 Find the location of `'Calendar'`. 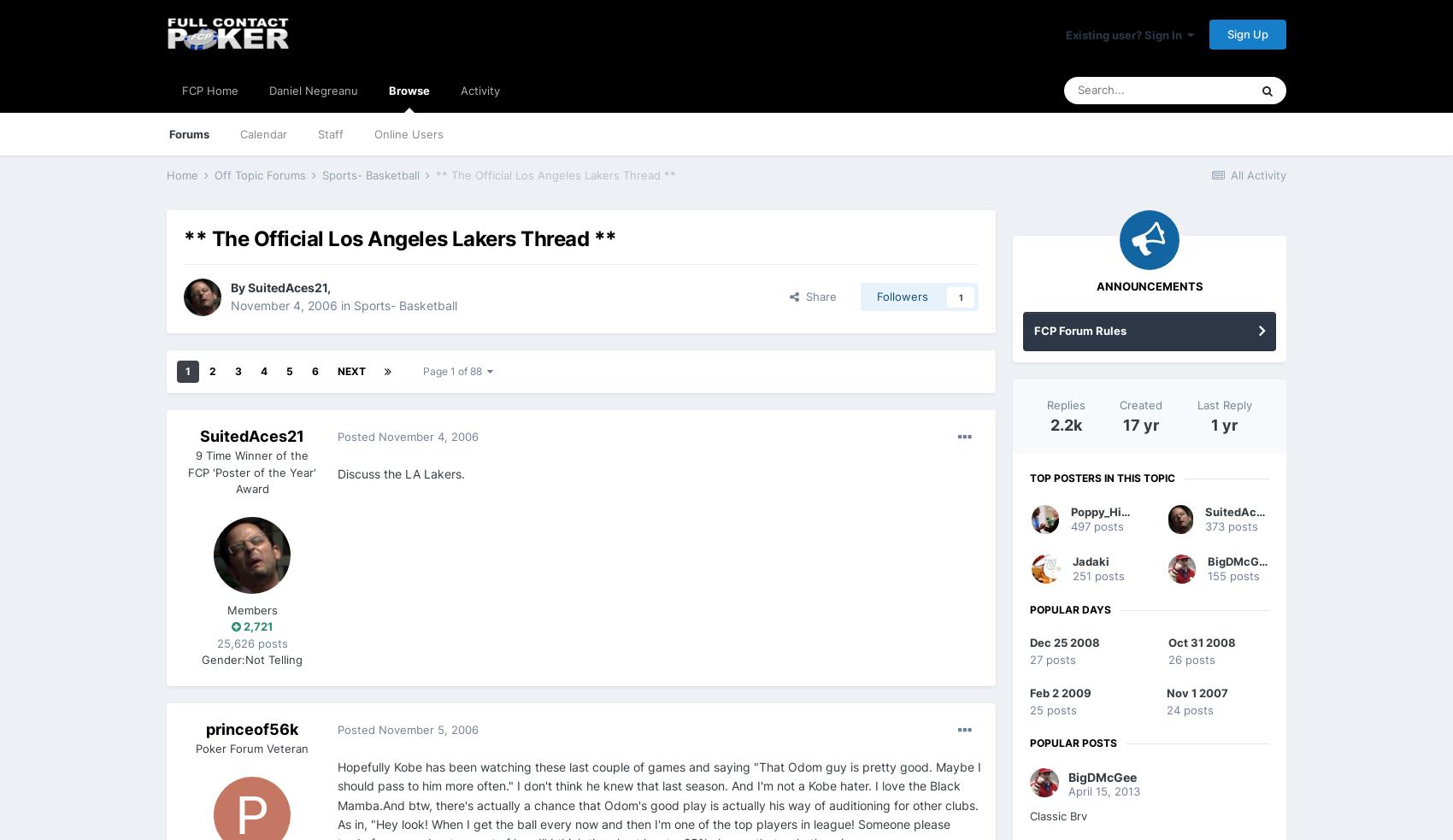

'Calendar' is located at coordinates (263, 132).